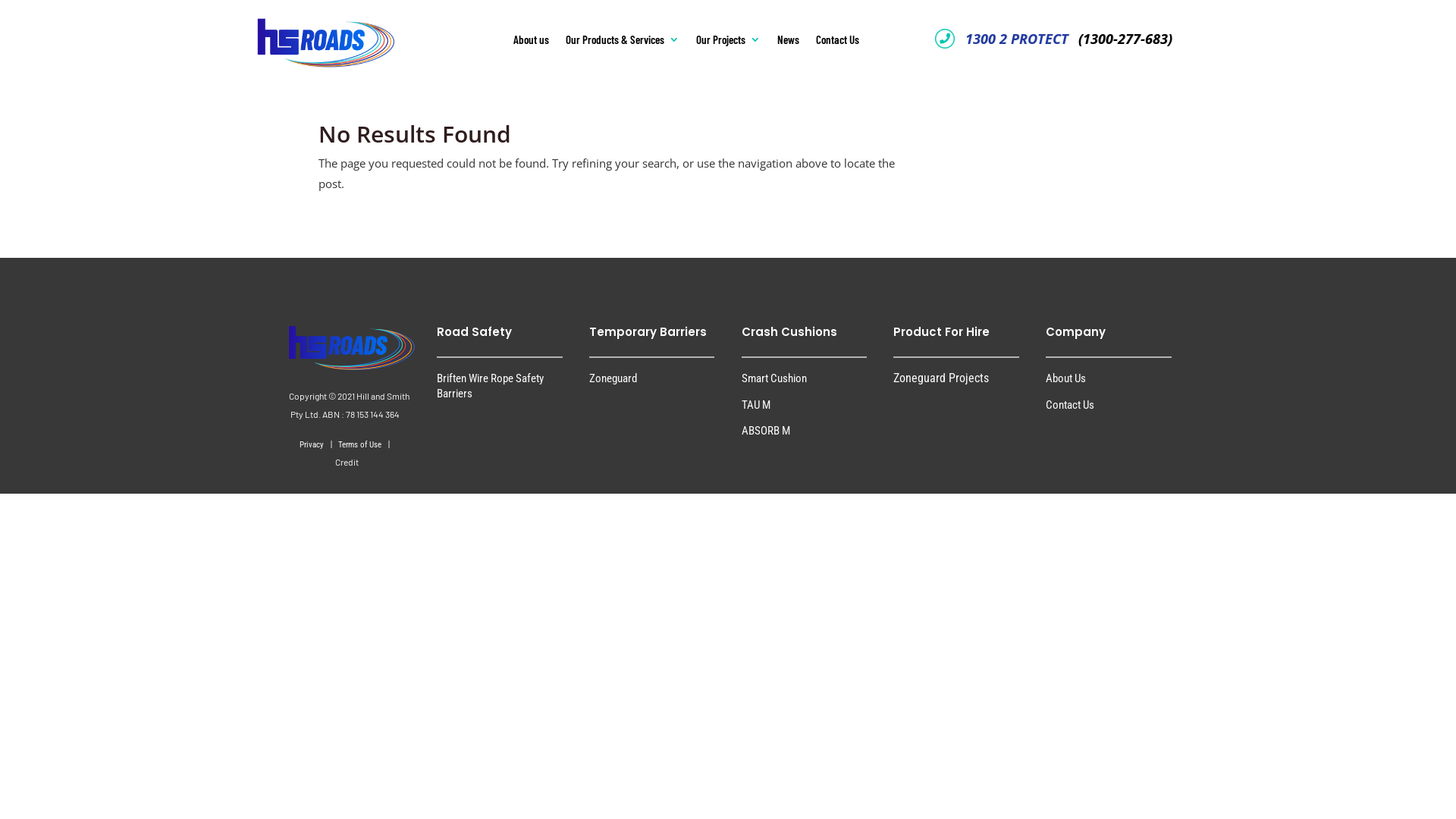 This screenshot has height=819, width=1456. Describe the element at coordinates (346, 462) in the screenshot. I see `'Credit'` at that location.